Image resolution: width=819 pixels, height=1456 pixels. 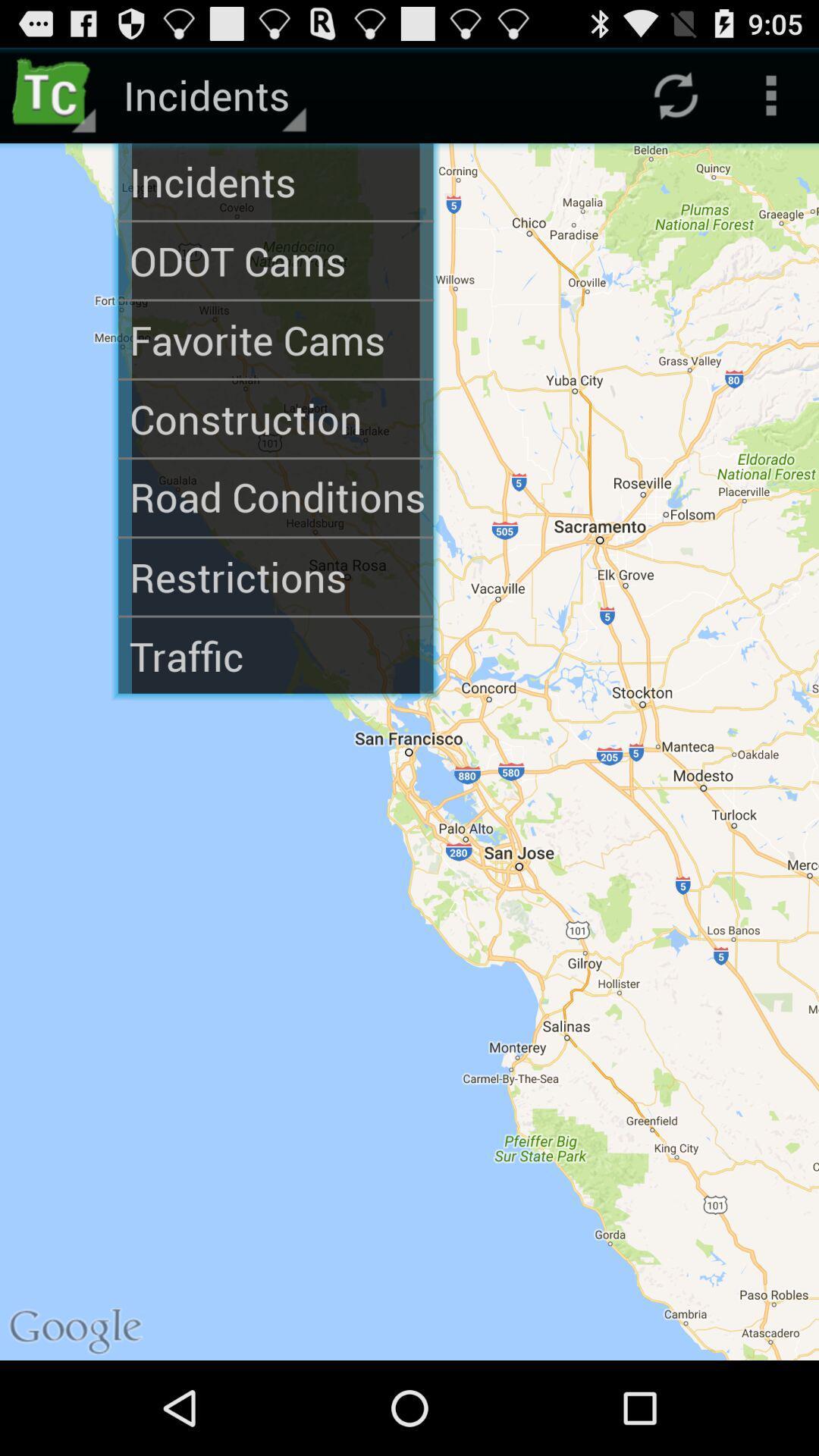 I want to click on road conditions icon, so click(x=275, y=497).